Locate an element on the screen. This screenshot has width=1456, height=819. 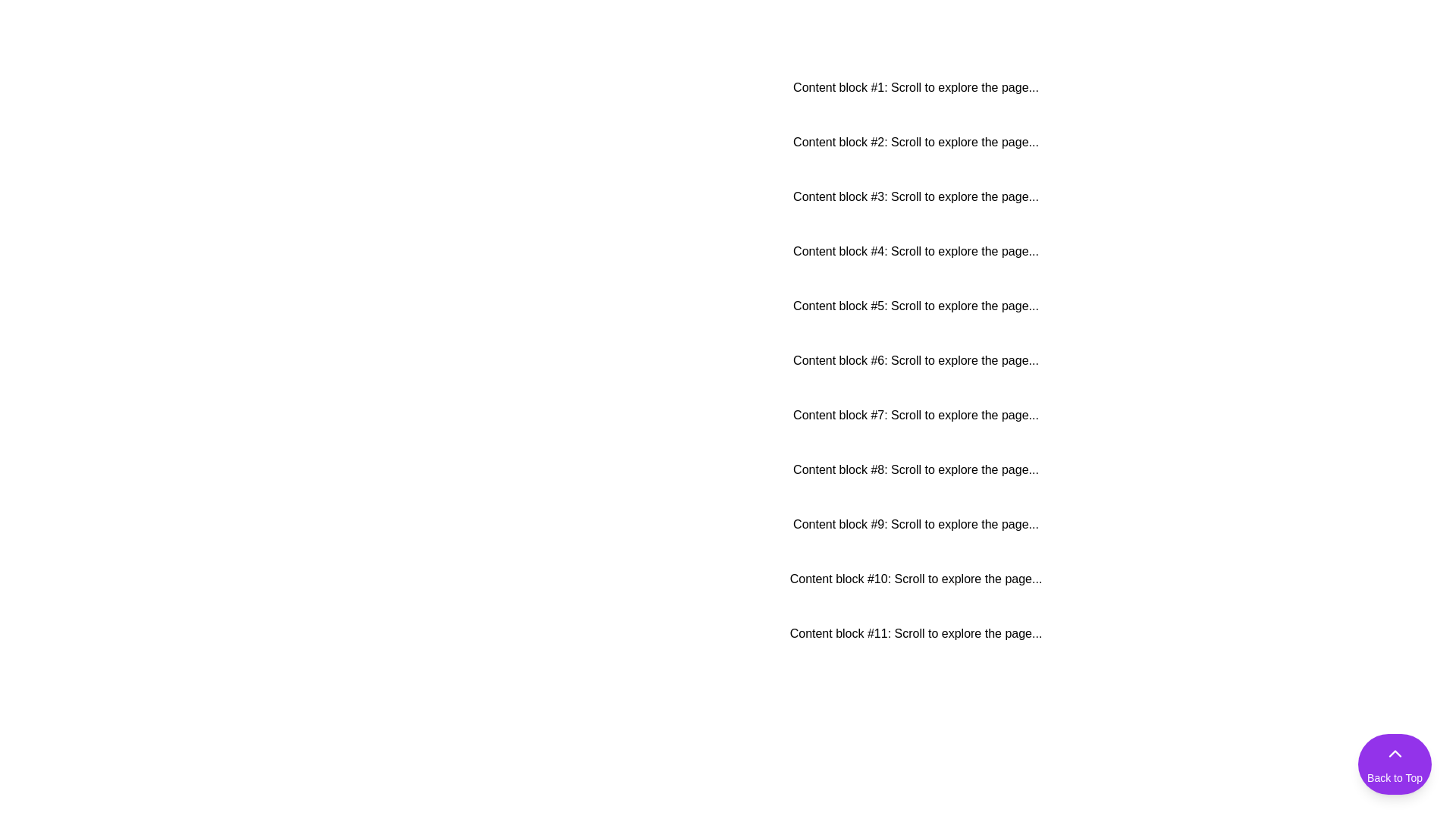
static text label that is the tenth item in a vertically arranged sequence of labeled text blocks, positioned between 'Content block #9' above and 'Content block #11' below is located at coordinates (915, 579).